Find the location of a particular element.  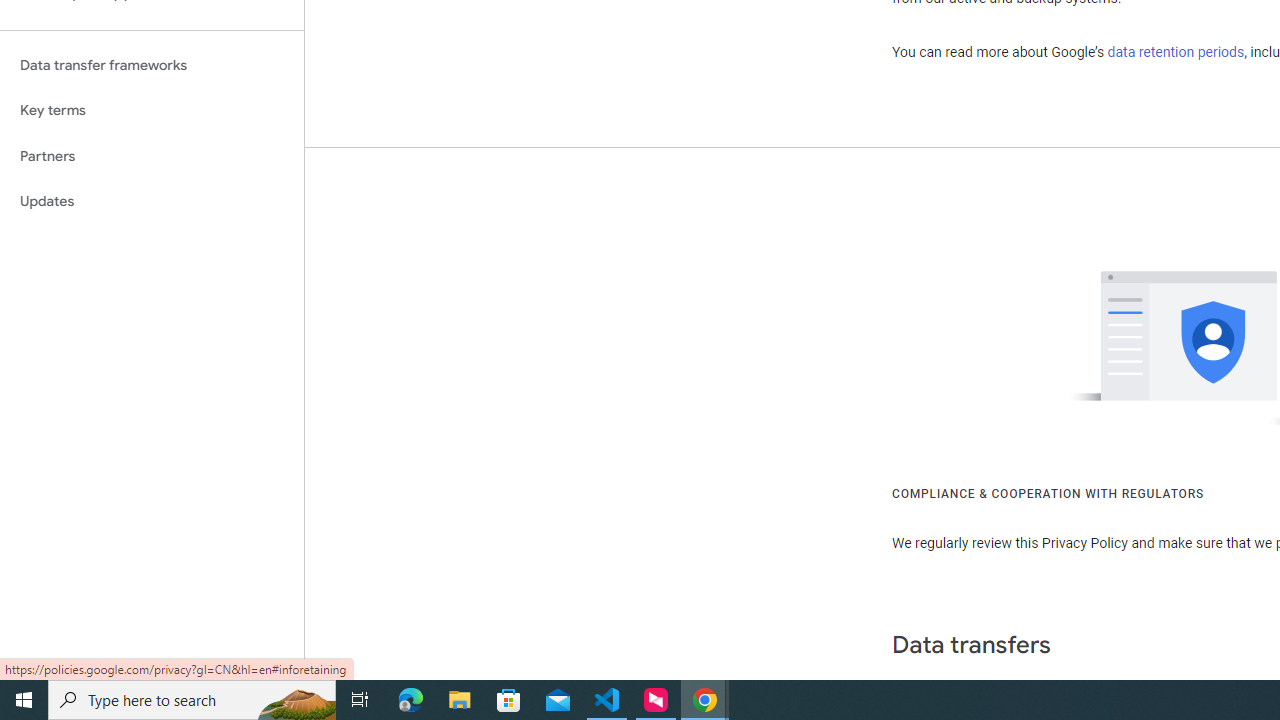

'Key terms' is located at coordinates (151, 110).